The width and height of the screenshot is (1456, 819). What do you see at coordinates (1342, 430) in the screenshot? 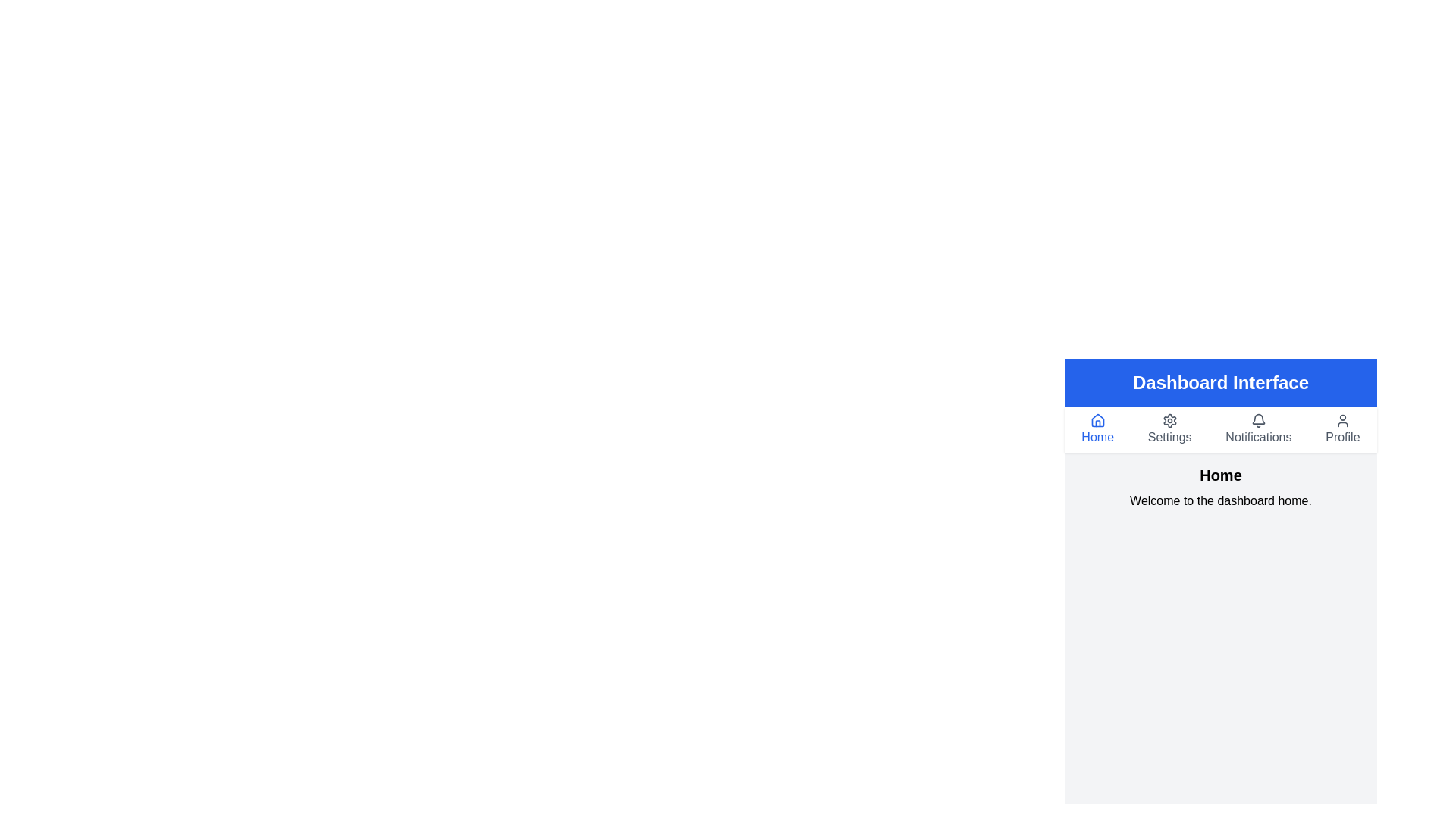
I see `the 'Profile' button in the navigation bar` at bounding box center [1342, 430].